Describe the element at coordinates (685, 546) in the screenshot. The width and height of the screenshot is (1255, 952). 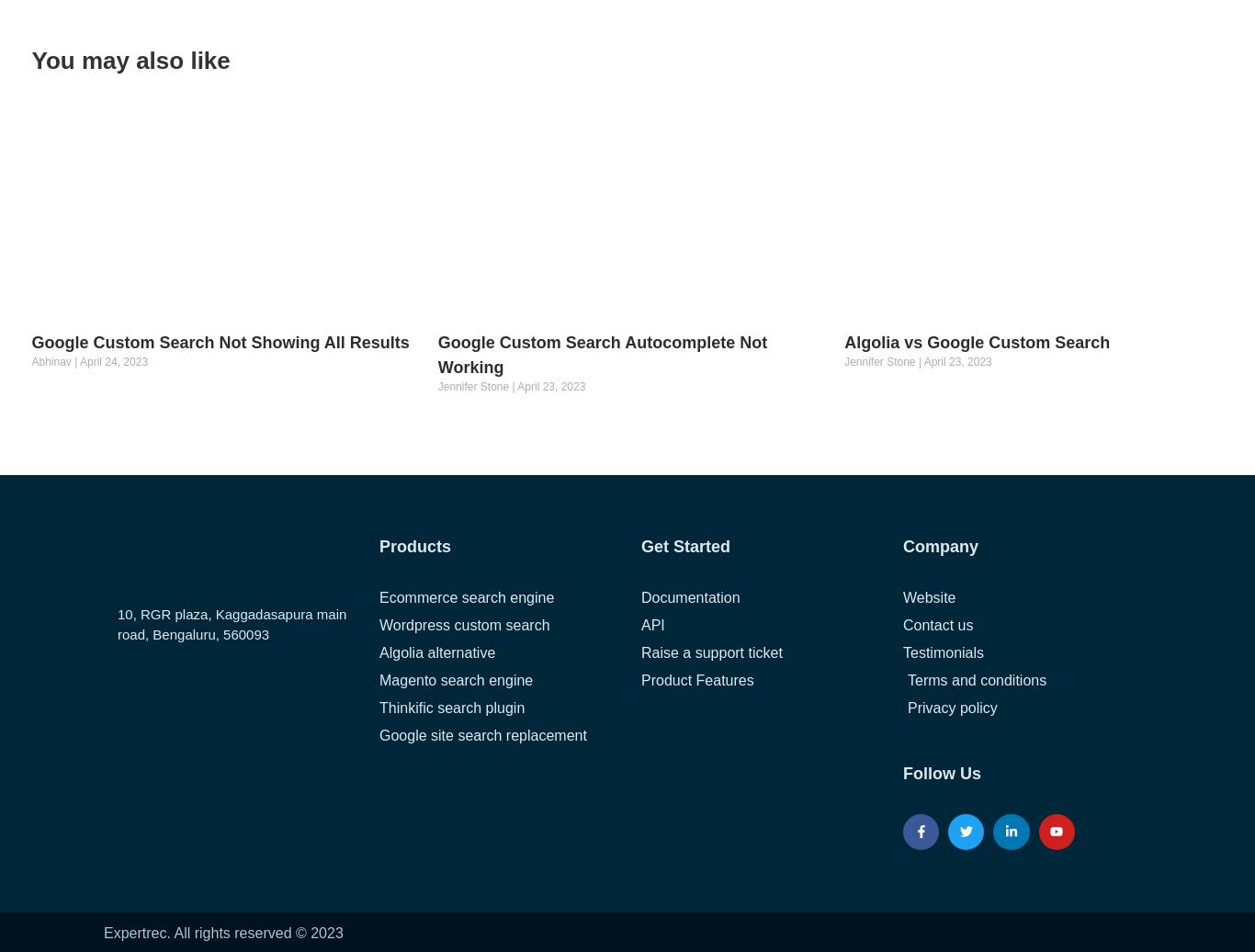
I see `'Get Started'` at that location.